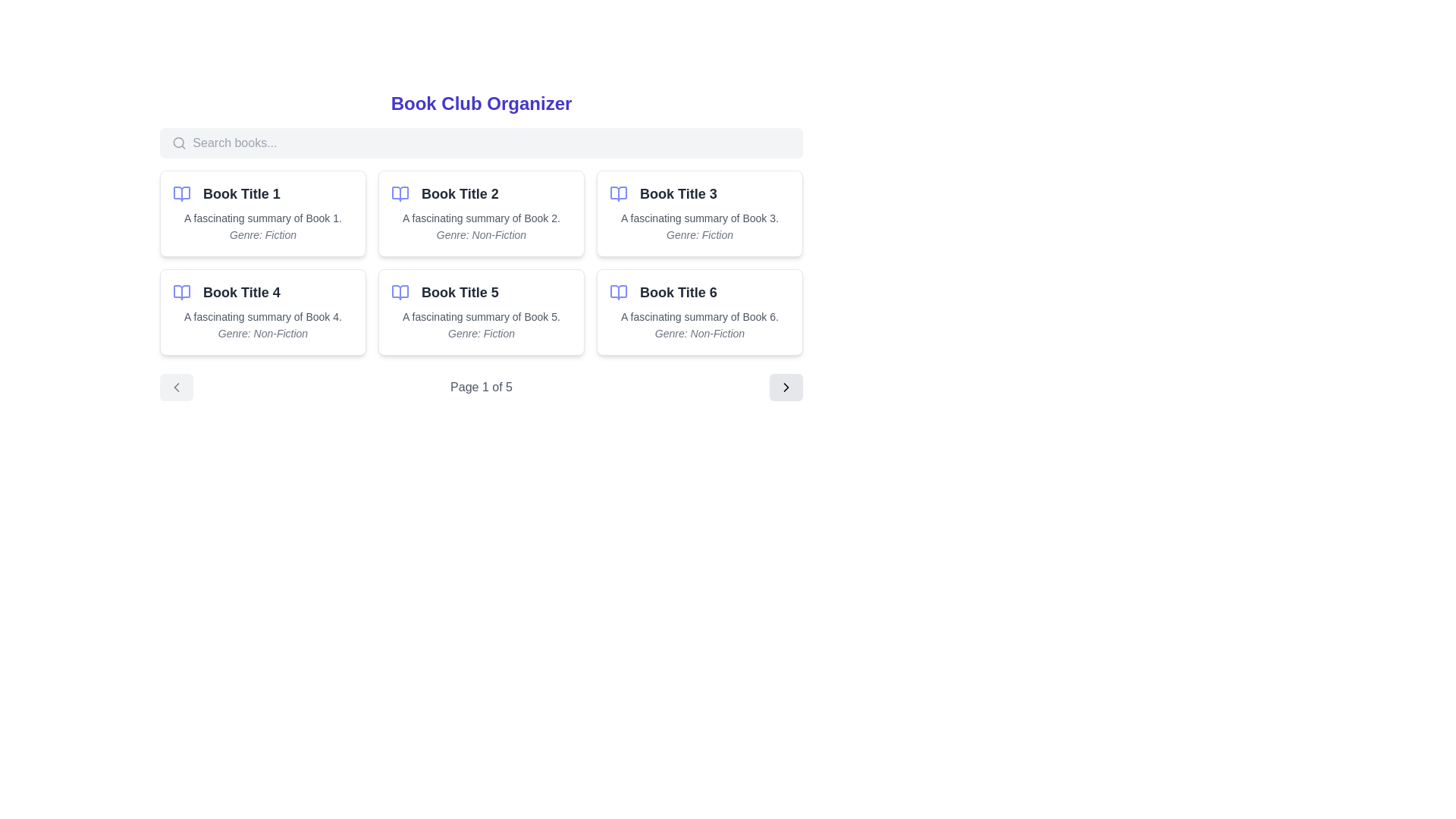 The width and height of the screenshot is (1456, 819). Describe the element at coordinates (182, 292) in the screenshot. I see `the open book icon representing 'Book Title 4', which is located next to the label for improved aesthetics and user experience` at that location.